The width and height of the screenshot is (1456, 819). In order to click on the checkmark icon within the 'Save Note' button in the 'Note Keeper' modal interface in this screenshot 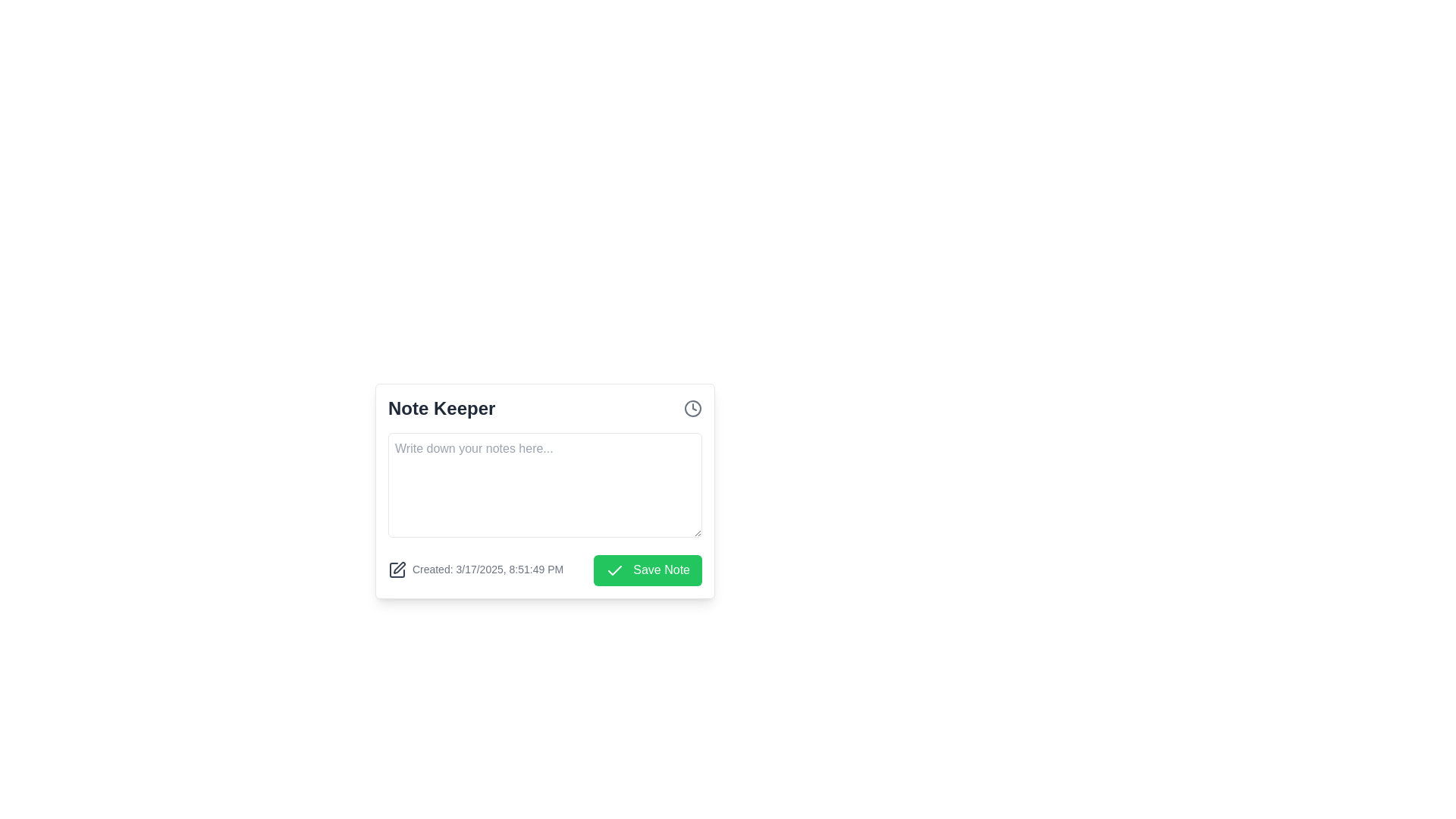, I will do `click(614, 570)`.